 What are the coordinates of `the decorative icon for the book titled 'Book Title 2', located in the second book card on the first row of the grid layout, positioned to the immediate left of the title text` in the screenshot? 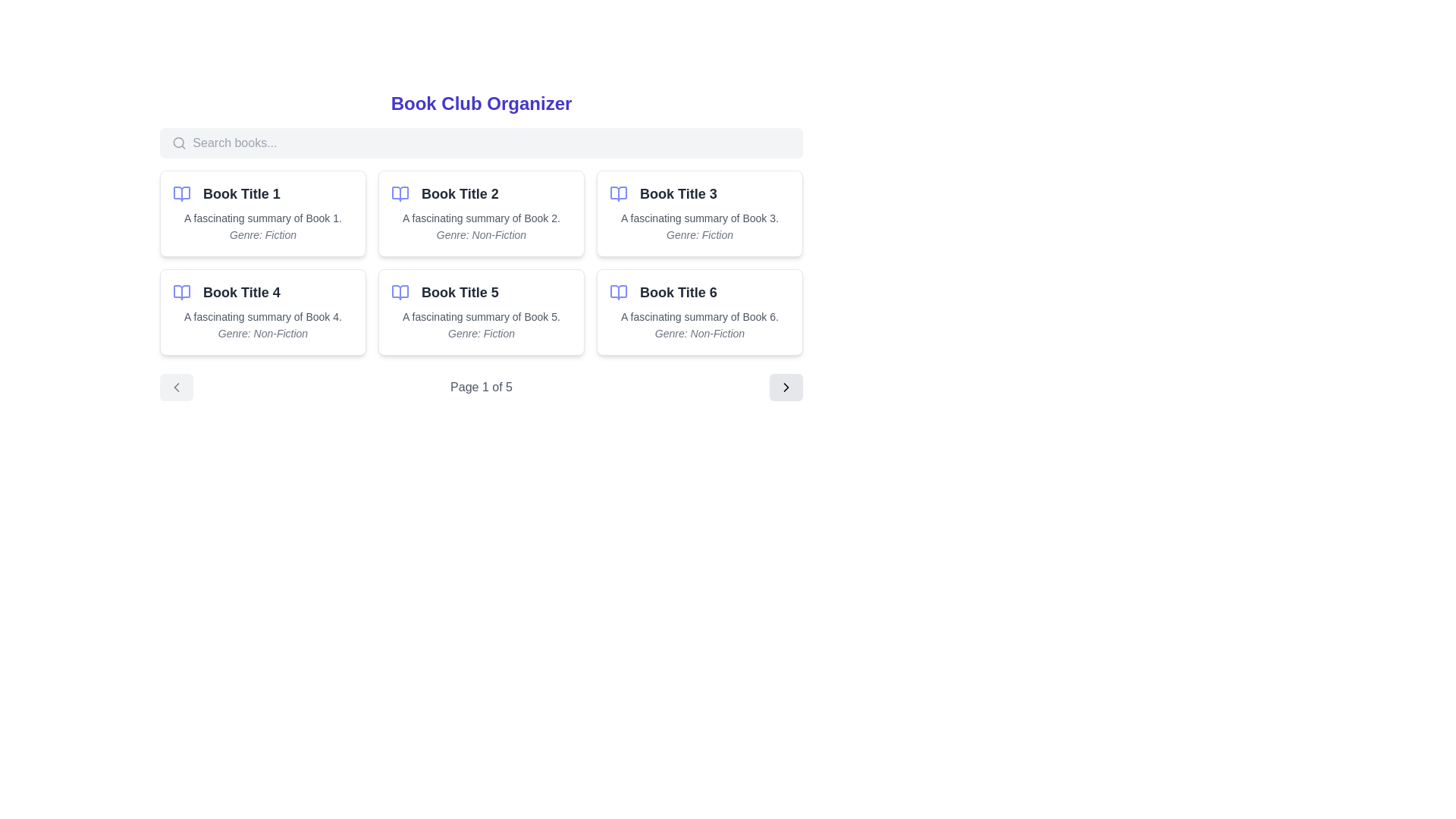 It's located at (400, 193).